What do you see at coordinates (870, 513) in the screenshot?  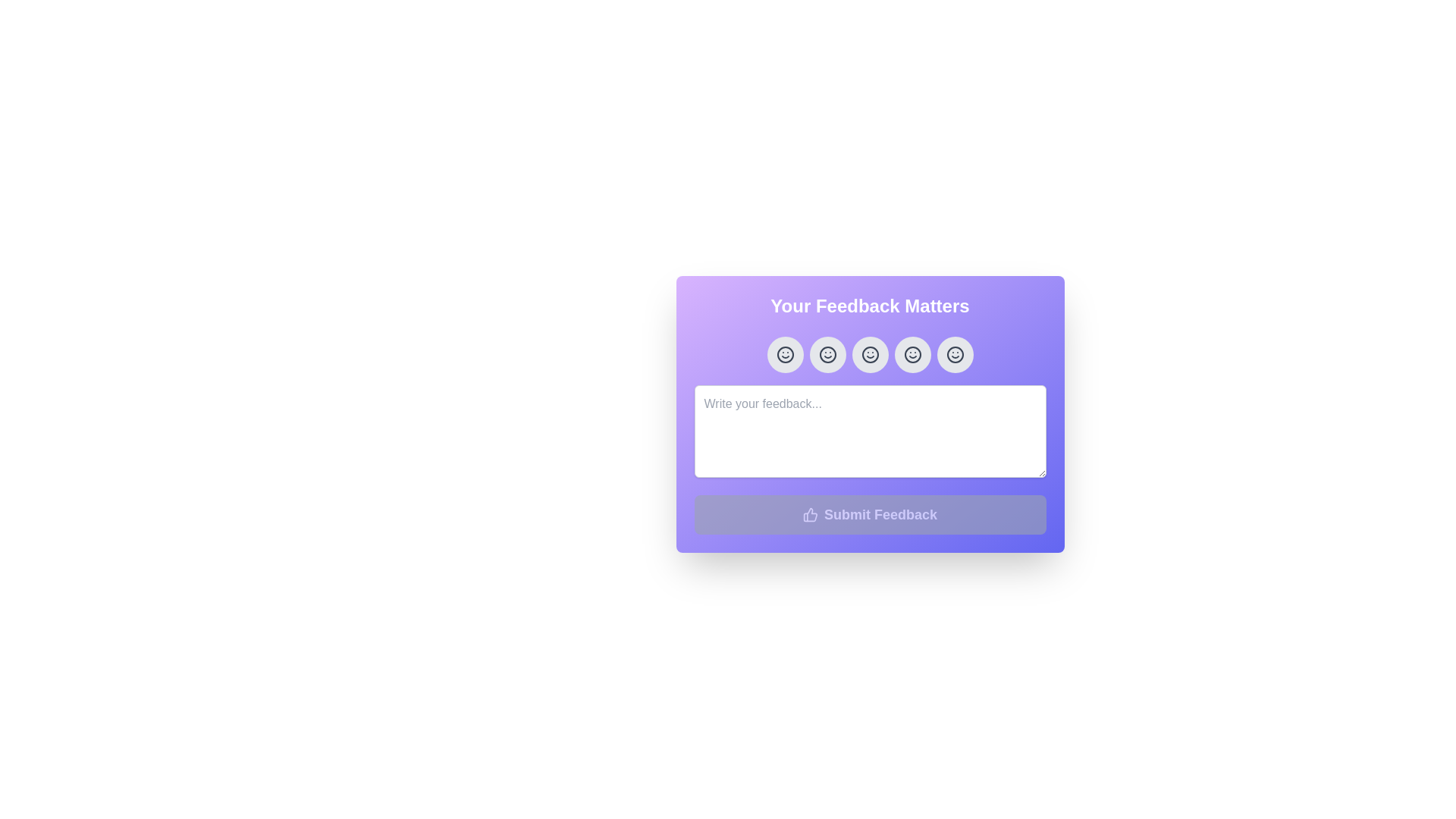 I see `the 'Submit Feedback' button located at the bottom of the 'Your Feedback Matters' panel` at bounding box center [870, 513].